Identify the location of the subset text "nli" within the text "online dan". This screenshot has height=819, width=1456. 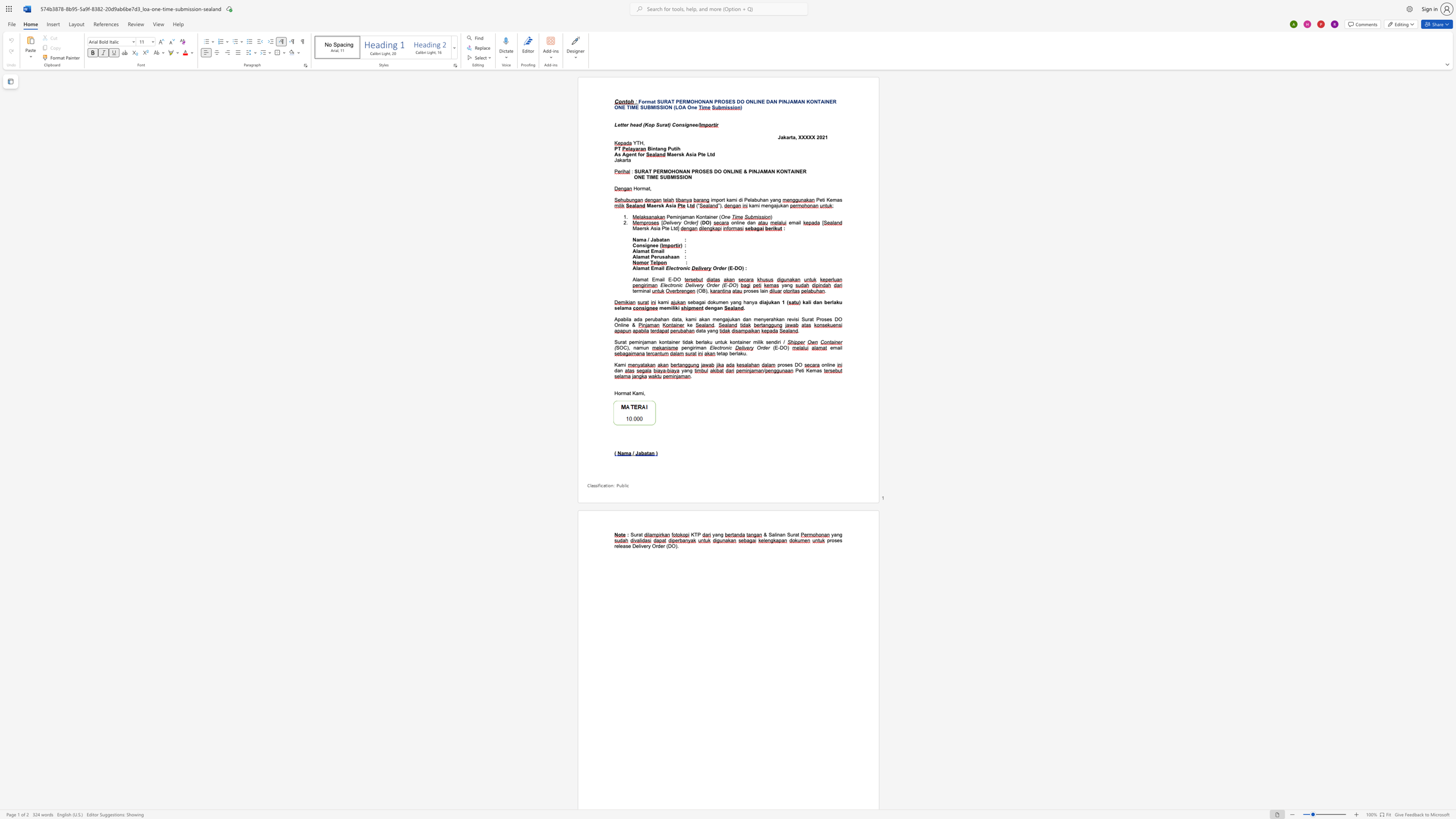
(734, 223).